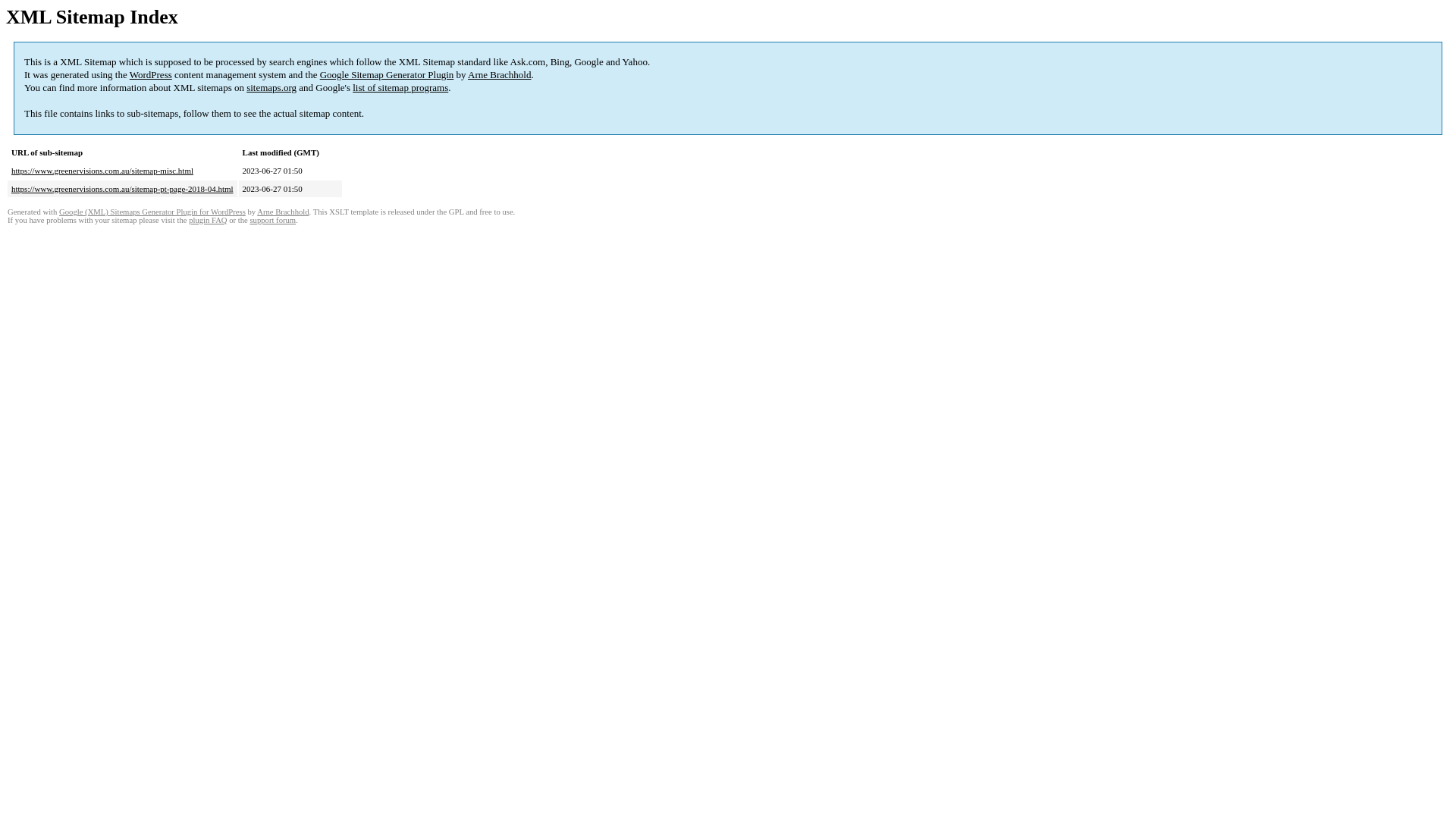 This screenshot has width=1456, height=819. Describe the element at coordinates (467, 74) in the screenshot. I see `'Arne Brachhold'` at that location.